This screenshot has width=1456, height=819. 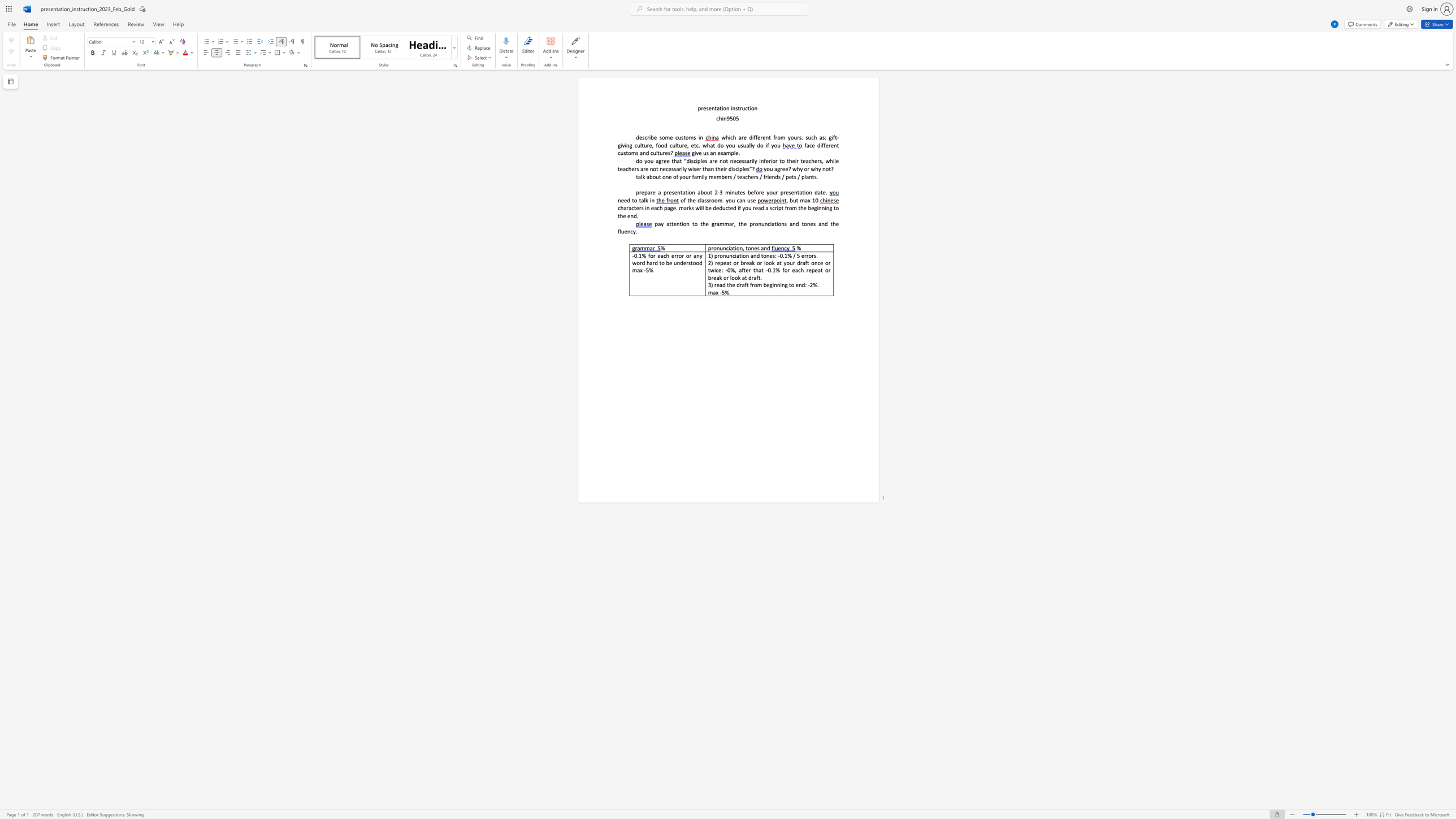 I want to click on the subset text "some c" within the text "escribe some customs in", so click(x=658, y=137).